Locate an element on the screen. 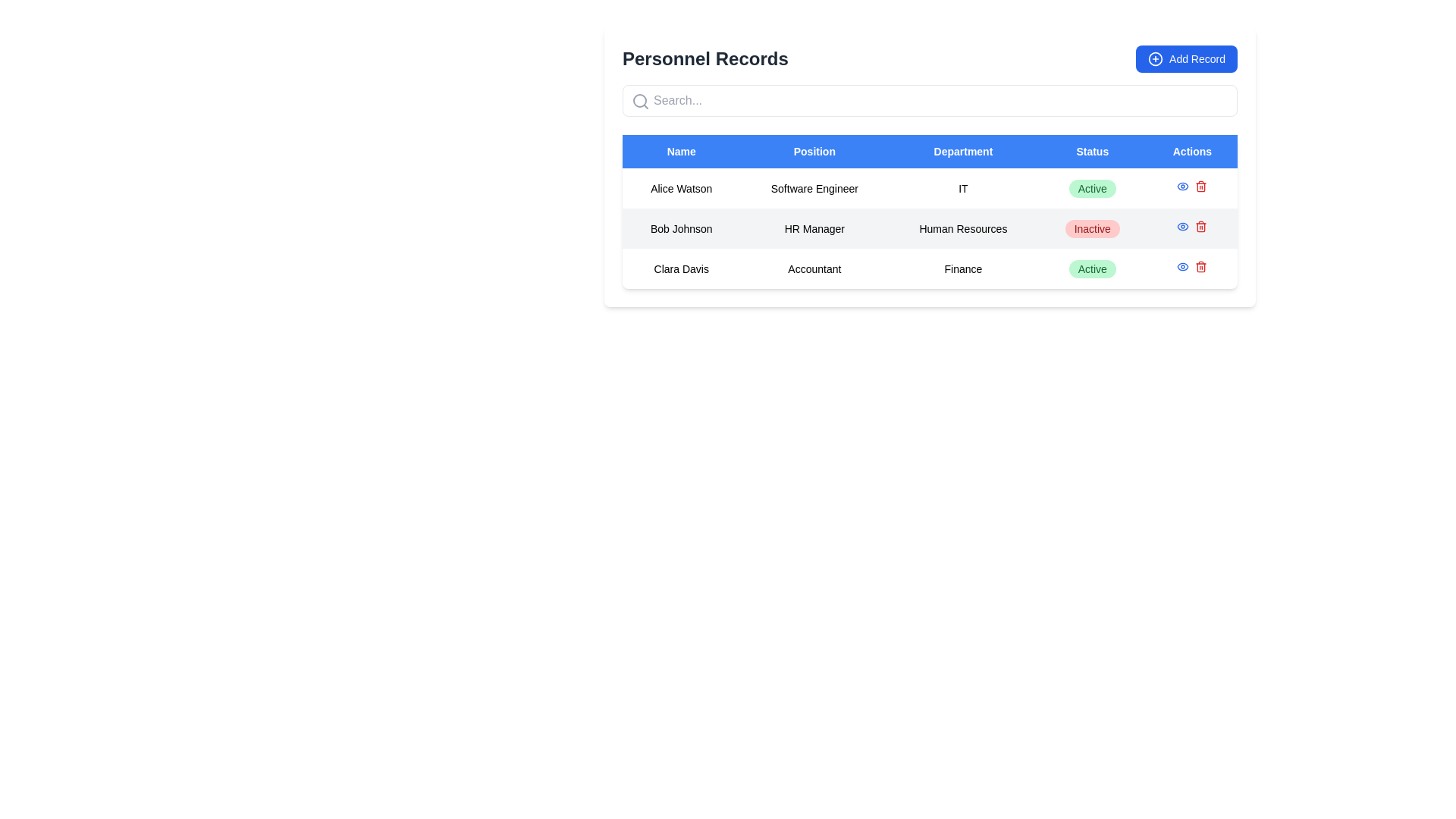 The image size is (1456, 819). the Text label identifying 'Clara Davis' in the first cell of the third row in the table is located at coordinates (680, 268).